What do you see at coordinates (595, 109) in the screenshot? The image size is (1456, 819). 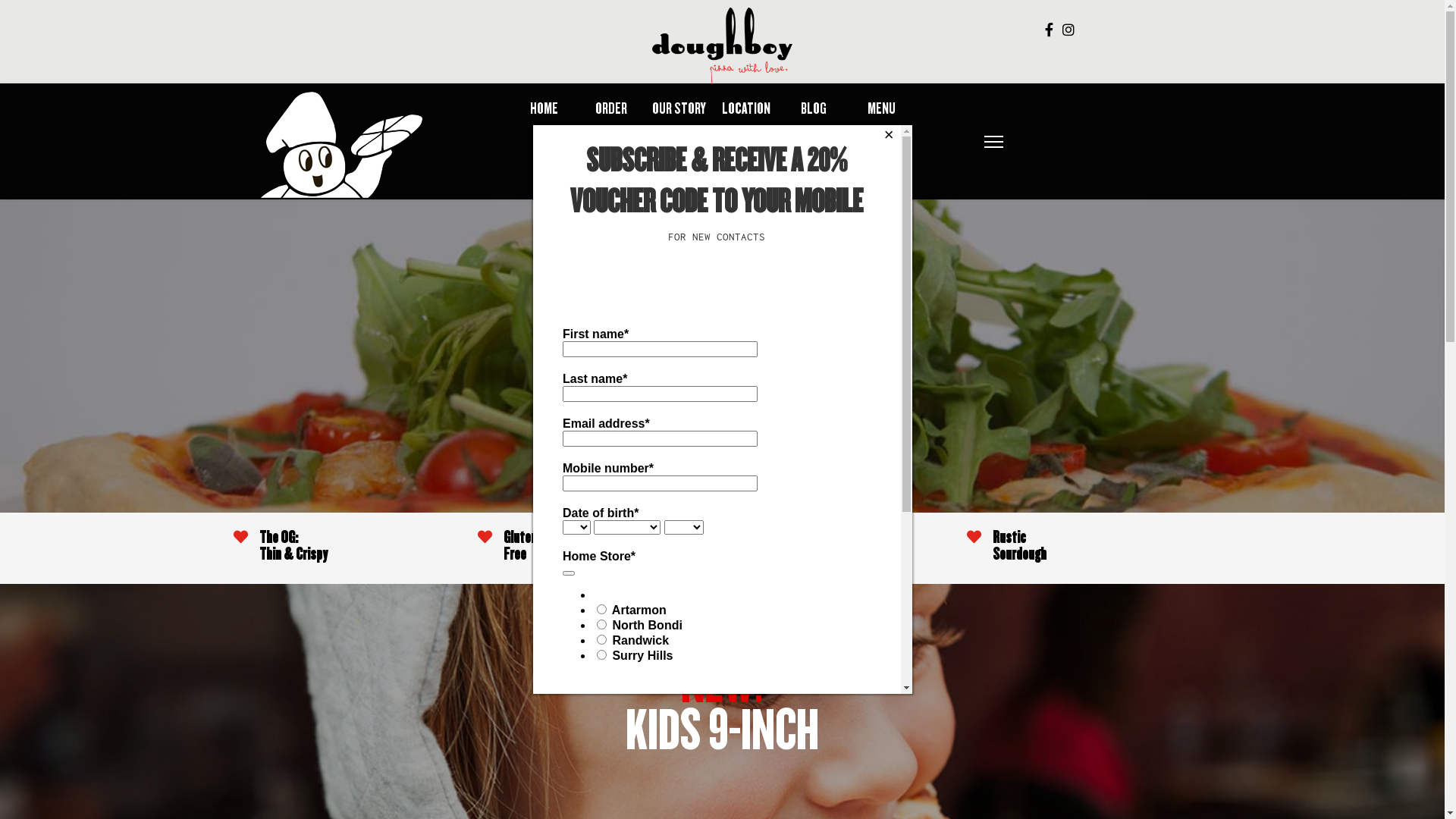 I see `'ORDER'` at bounding box center [595, 109].